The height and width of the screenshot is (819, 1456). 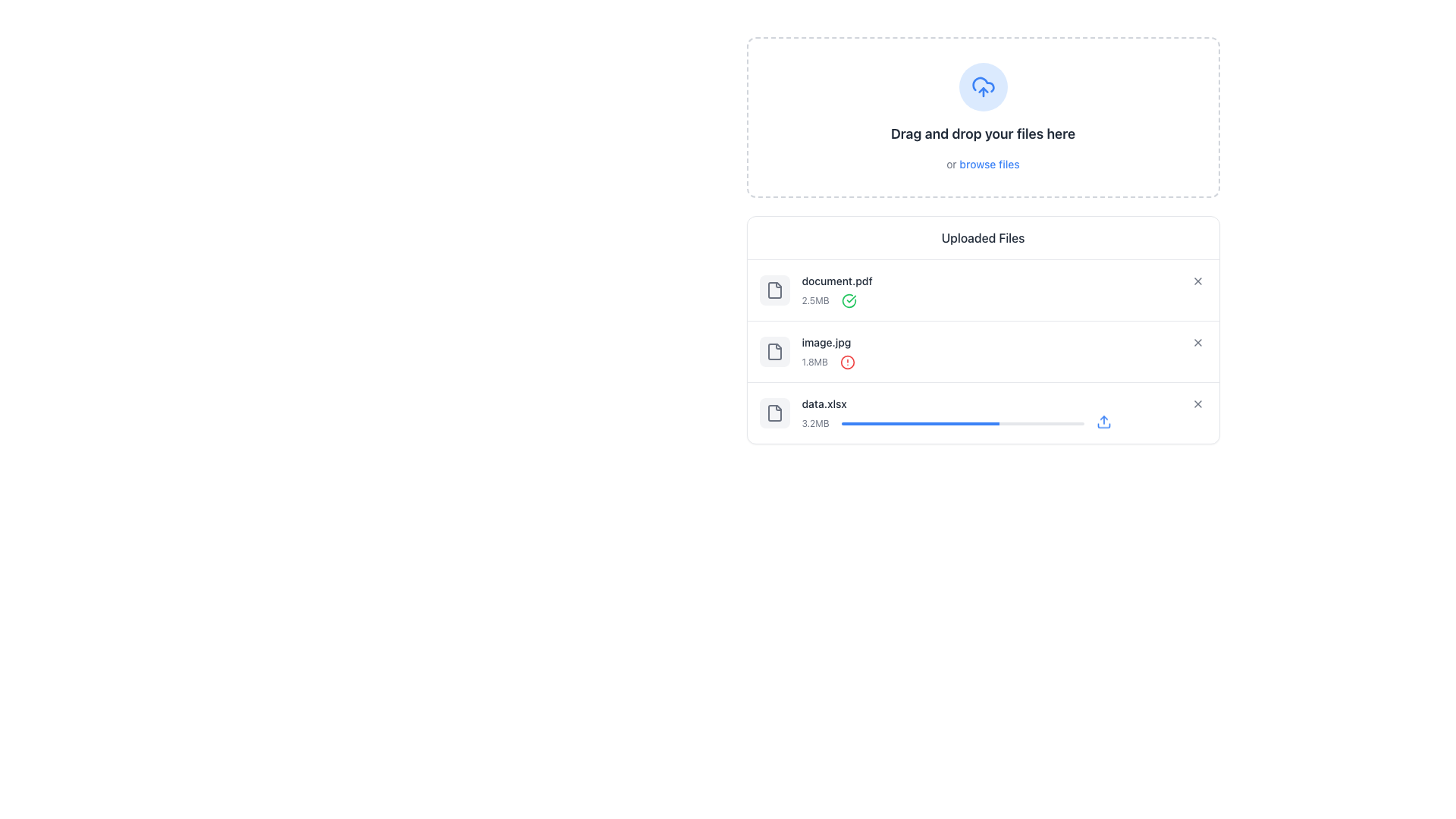 What do you see at coordinates (984, 424) in the screenshot?
I see `the progress value for 'data.xlsx' upload` at bounding box center [984, 424].